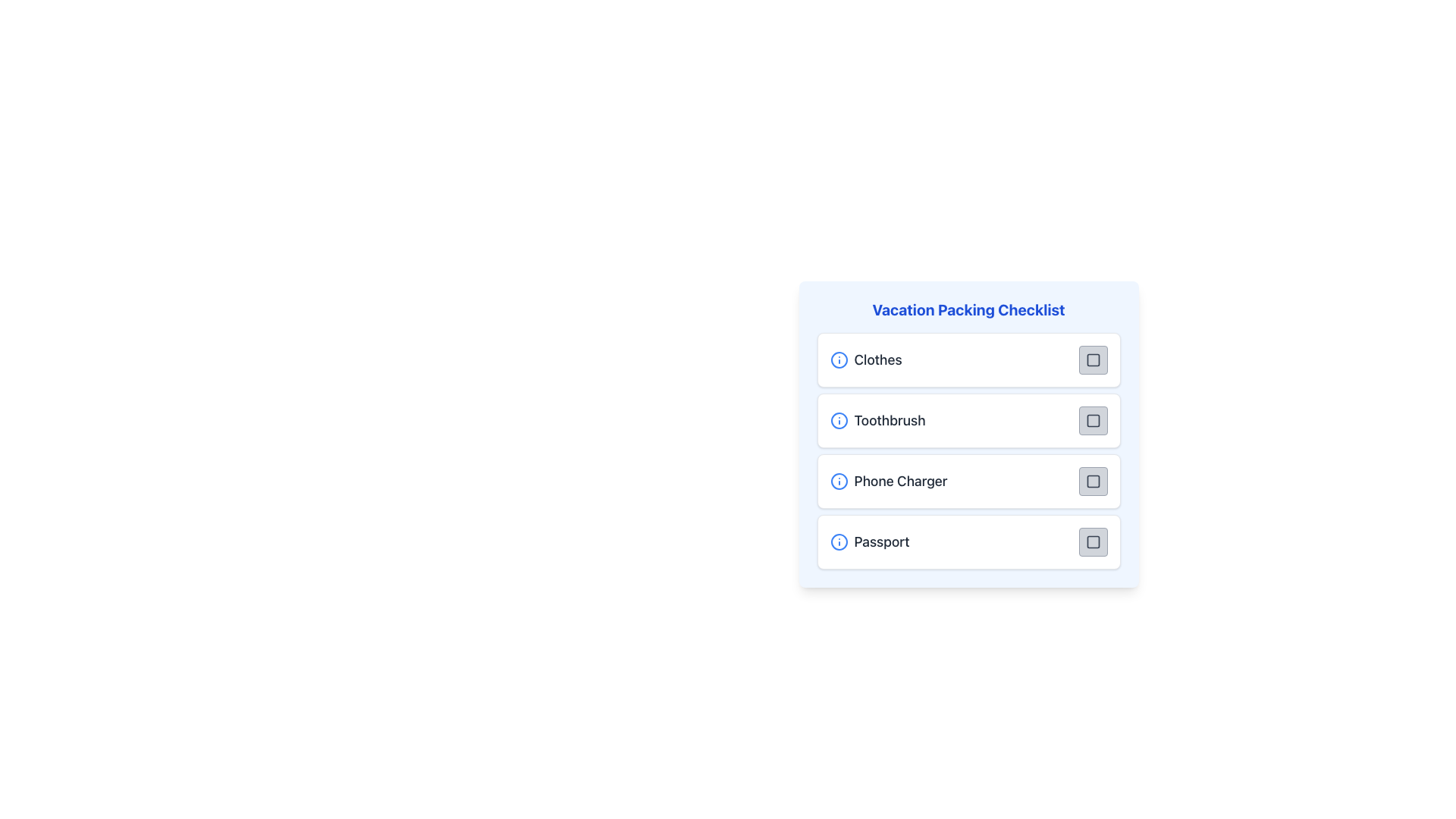 The image size is (1456, 819). What do you see at coordinates (1093, 359) in the screenshot?
I see `the interactive checkbox for the 'Clothes' item in the 'Vacation Packing Checklist' for accessibility navigation purposes` at bounding box center [1093, 359].